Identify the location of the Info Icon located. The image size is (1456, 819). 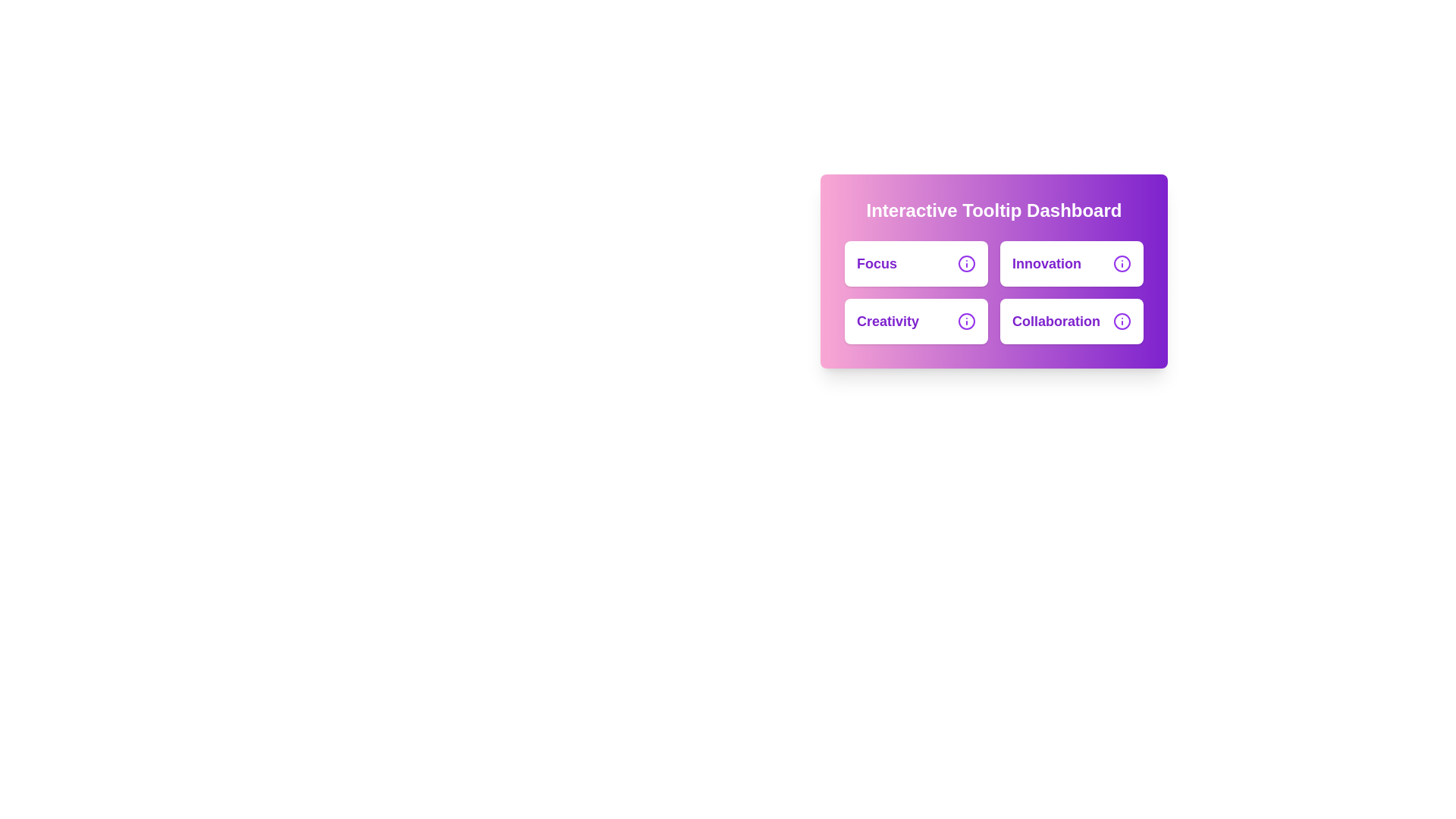
(966, 321).